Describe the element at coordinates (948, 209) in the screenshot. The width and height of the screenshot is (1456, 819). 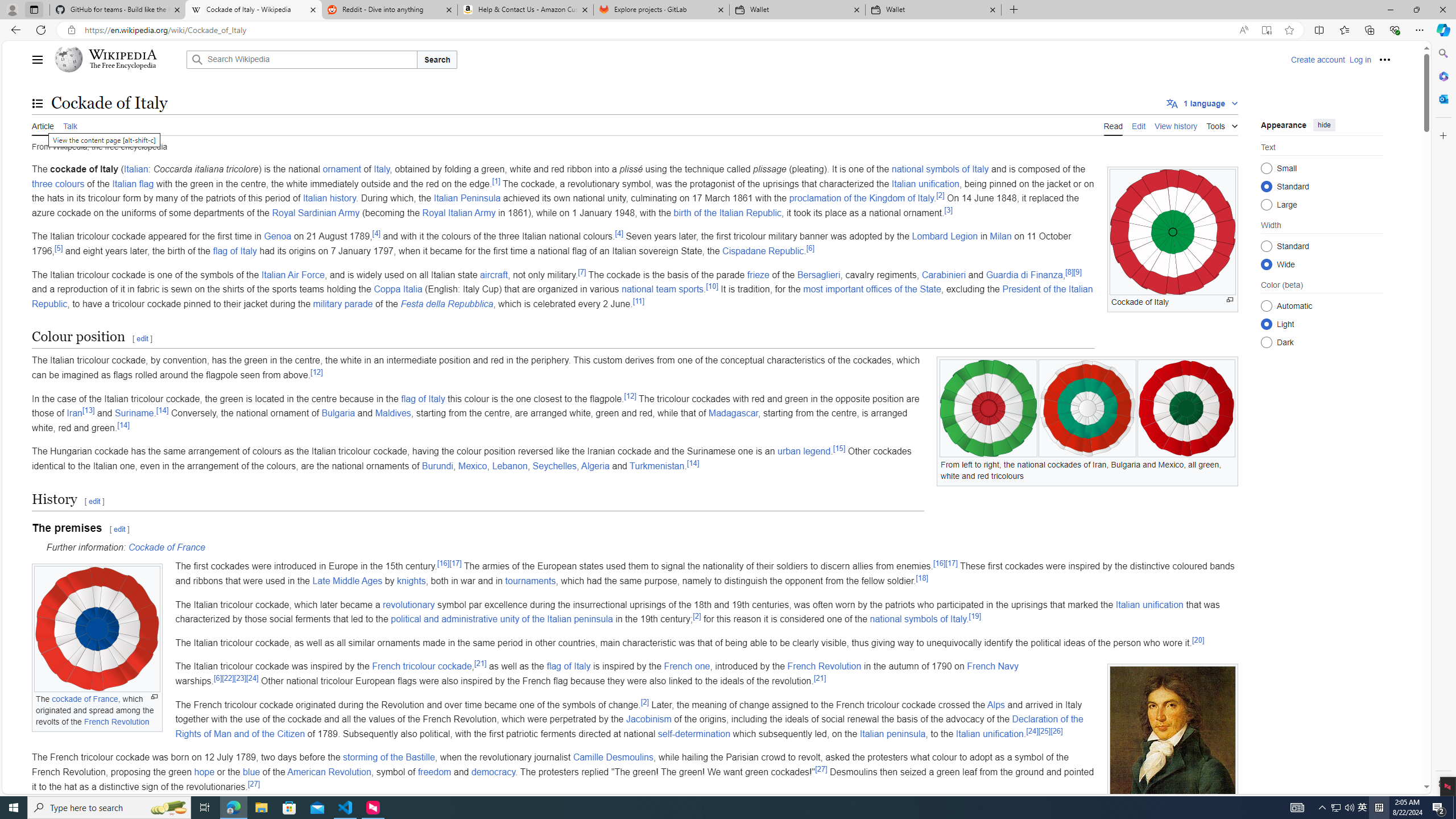
I see `'[3]'` at that location.